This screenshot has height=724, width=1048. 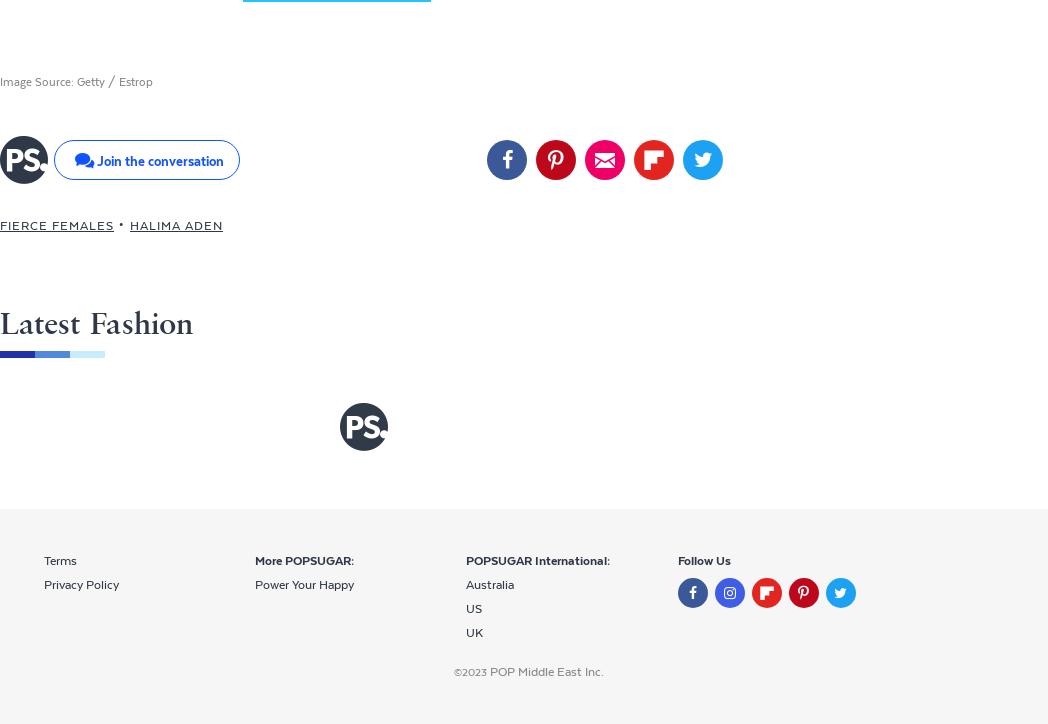 I want to click on 'Latest Fashion', so click(x=95, y=322).